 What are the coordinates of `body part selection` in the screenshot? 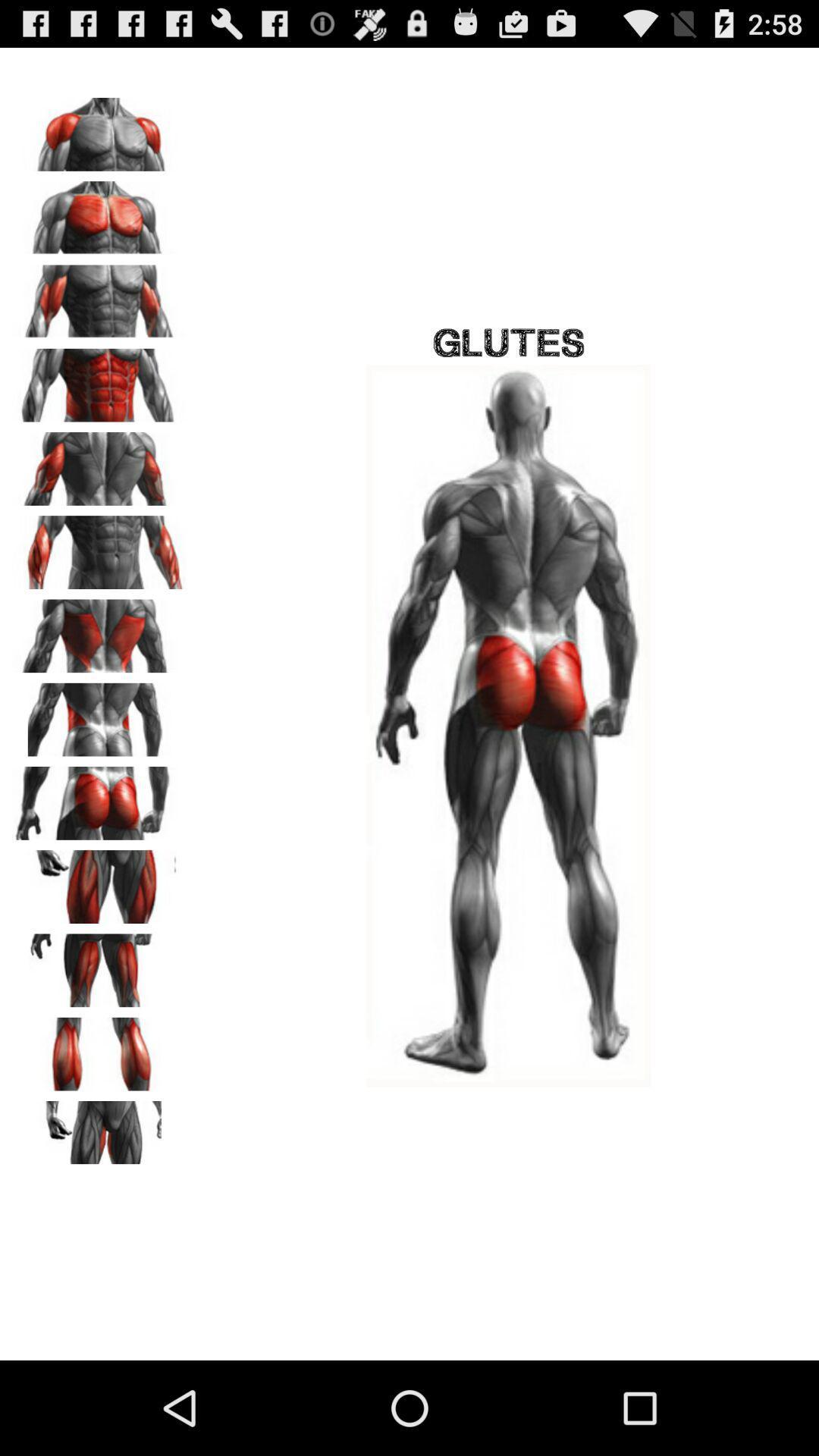 It's located at (99, 1132).